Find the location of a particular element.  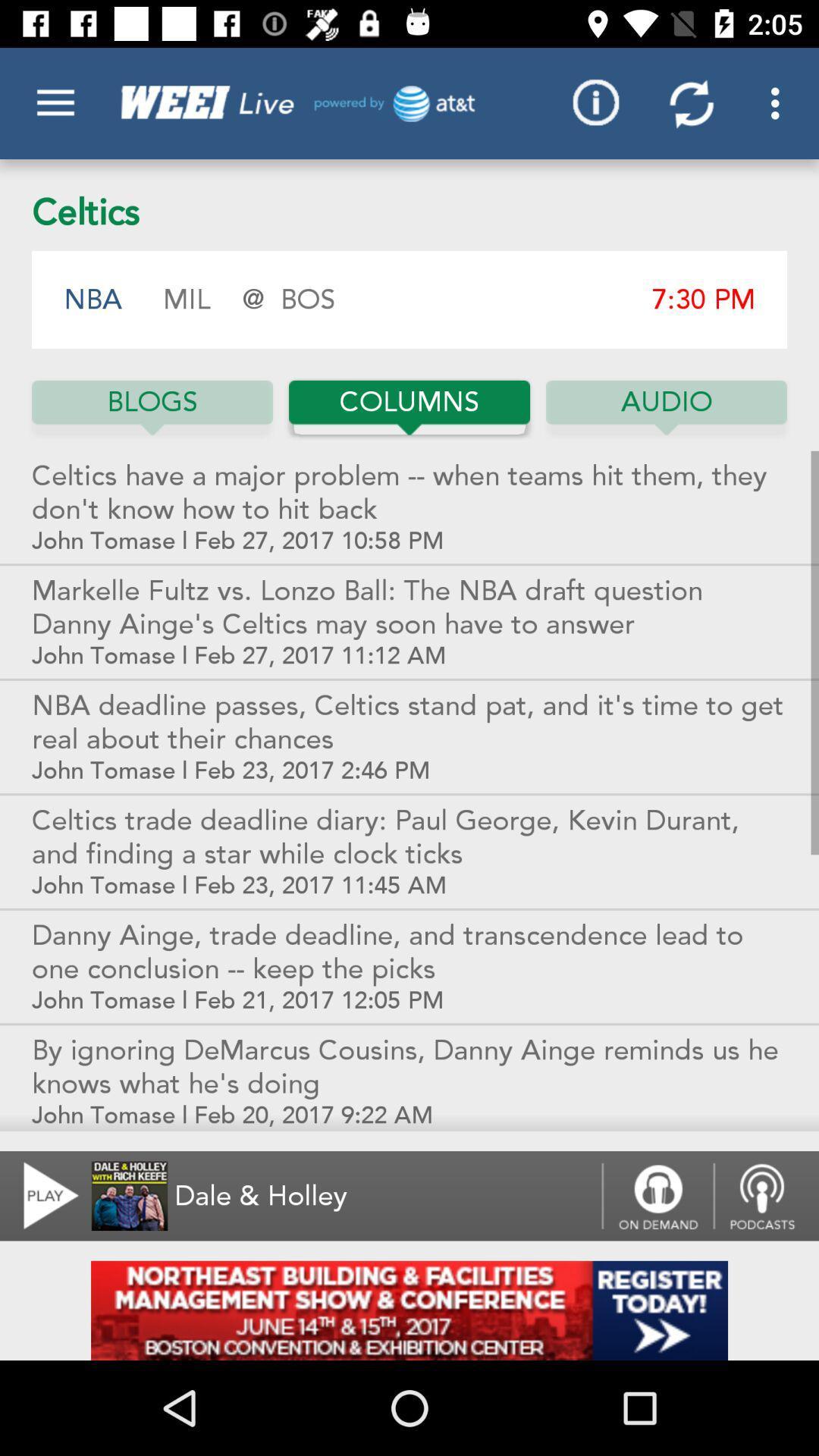

advertisement for event is located at coordinates (409, 1310).